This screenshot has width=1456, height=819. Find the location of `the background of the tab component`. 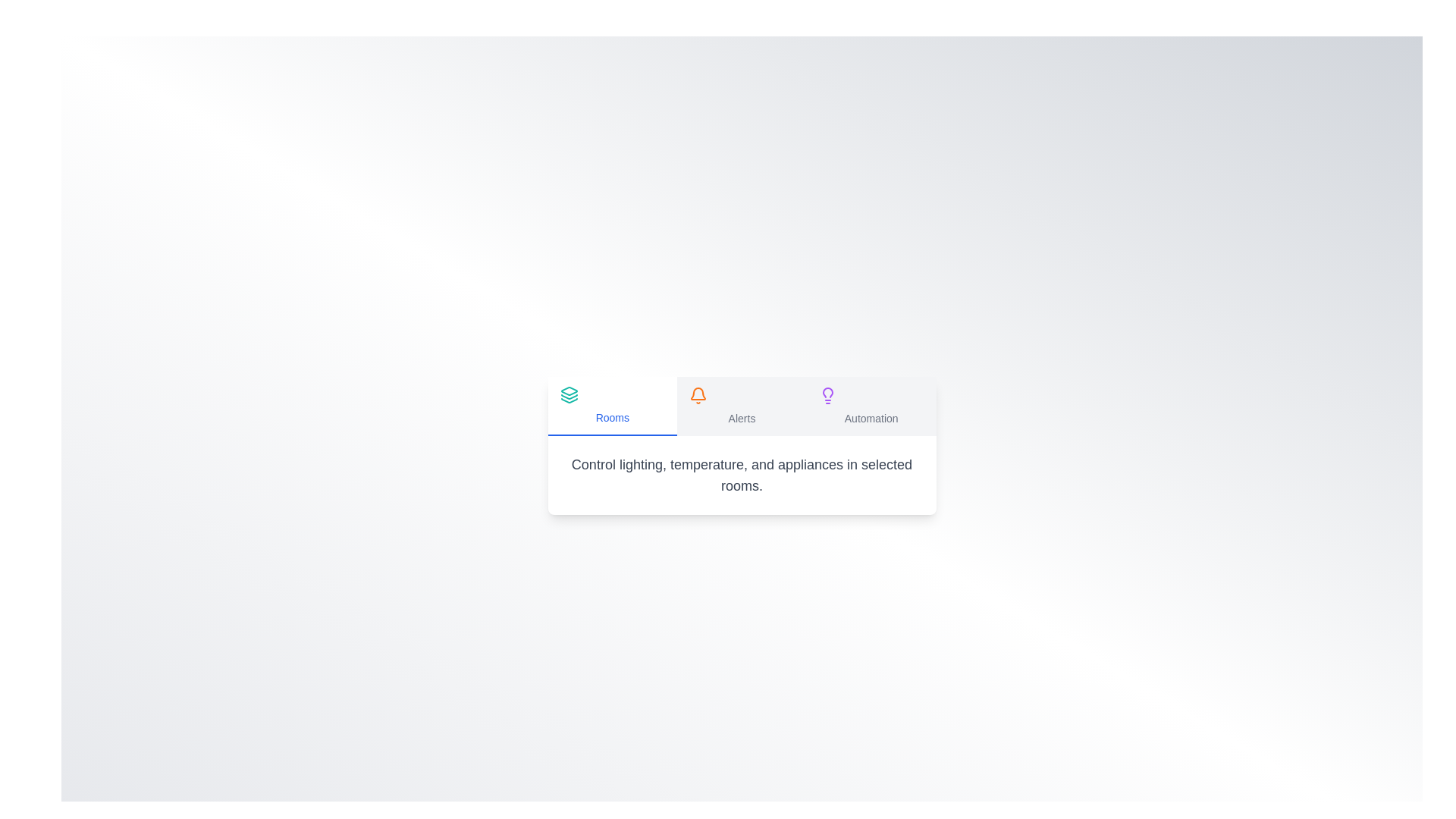

the background of the tab component is located at coordinates (742, 409).